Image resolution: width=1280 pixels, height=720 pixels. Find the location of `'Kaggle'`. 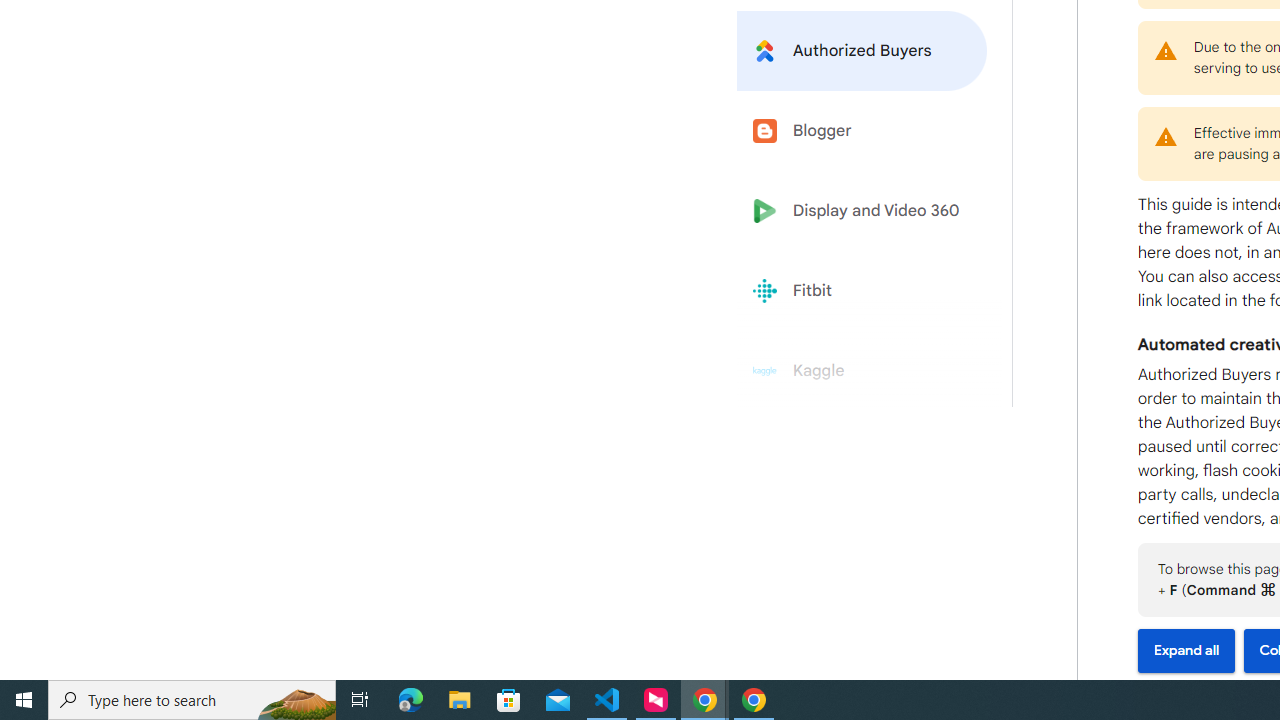

'Kaggle' is located at coordinates (862, 371).